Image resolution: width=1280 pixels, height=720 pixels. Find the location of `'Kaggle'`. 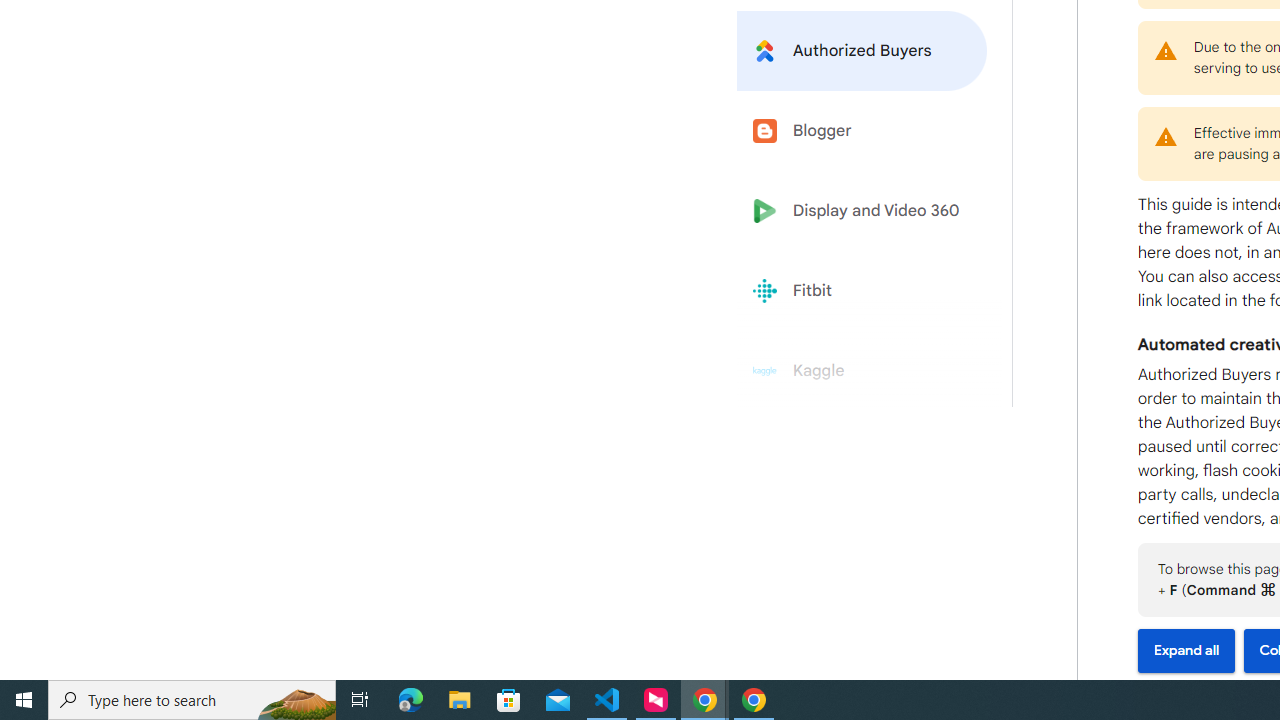

'Kaggle' is located at coordinates (862, 371).